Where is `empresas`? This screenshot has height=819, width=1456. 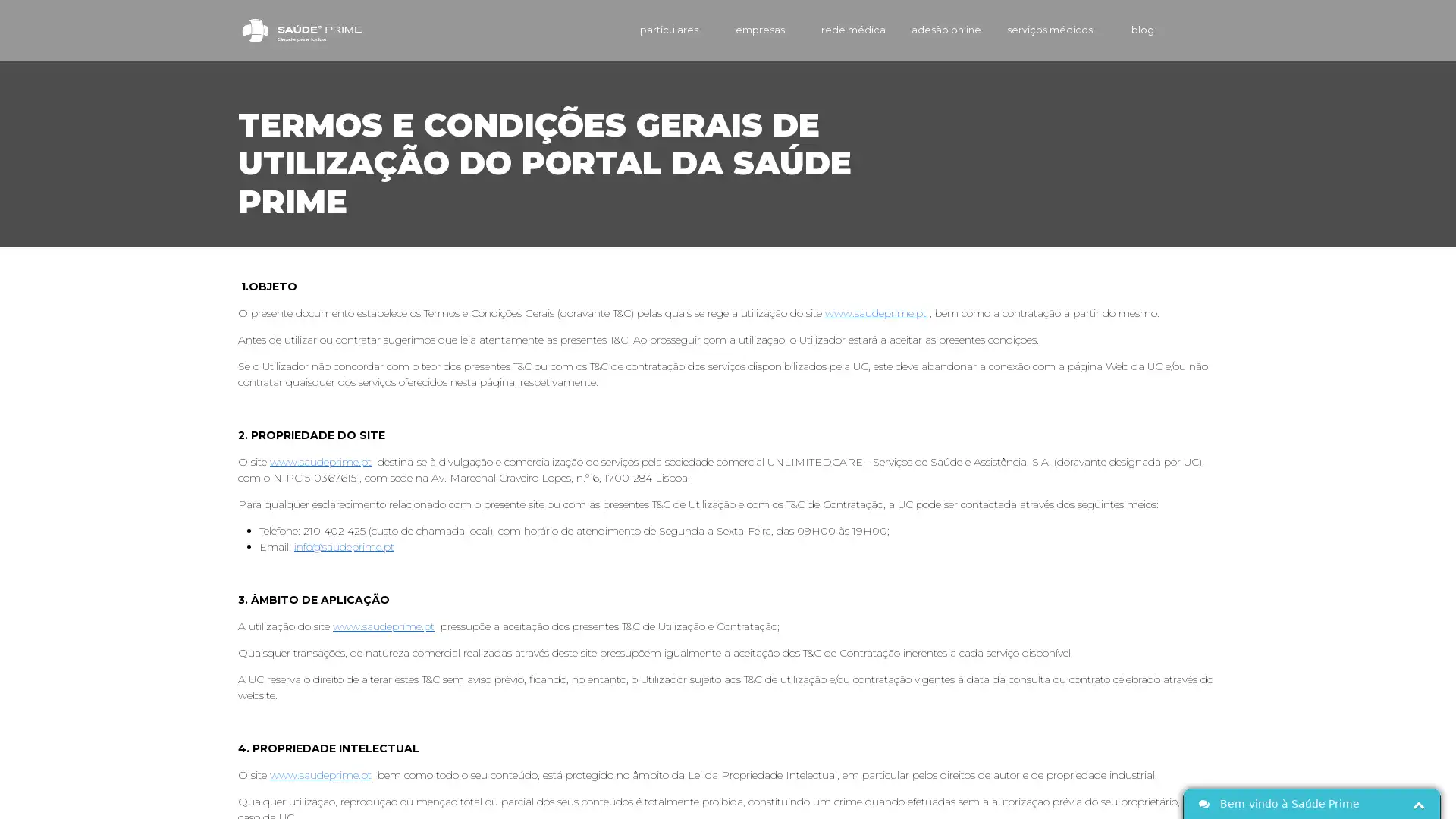 empresas is located at coordinates (739, 30).